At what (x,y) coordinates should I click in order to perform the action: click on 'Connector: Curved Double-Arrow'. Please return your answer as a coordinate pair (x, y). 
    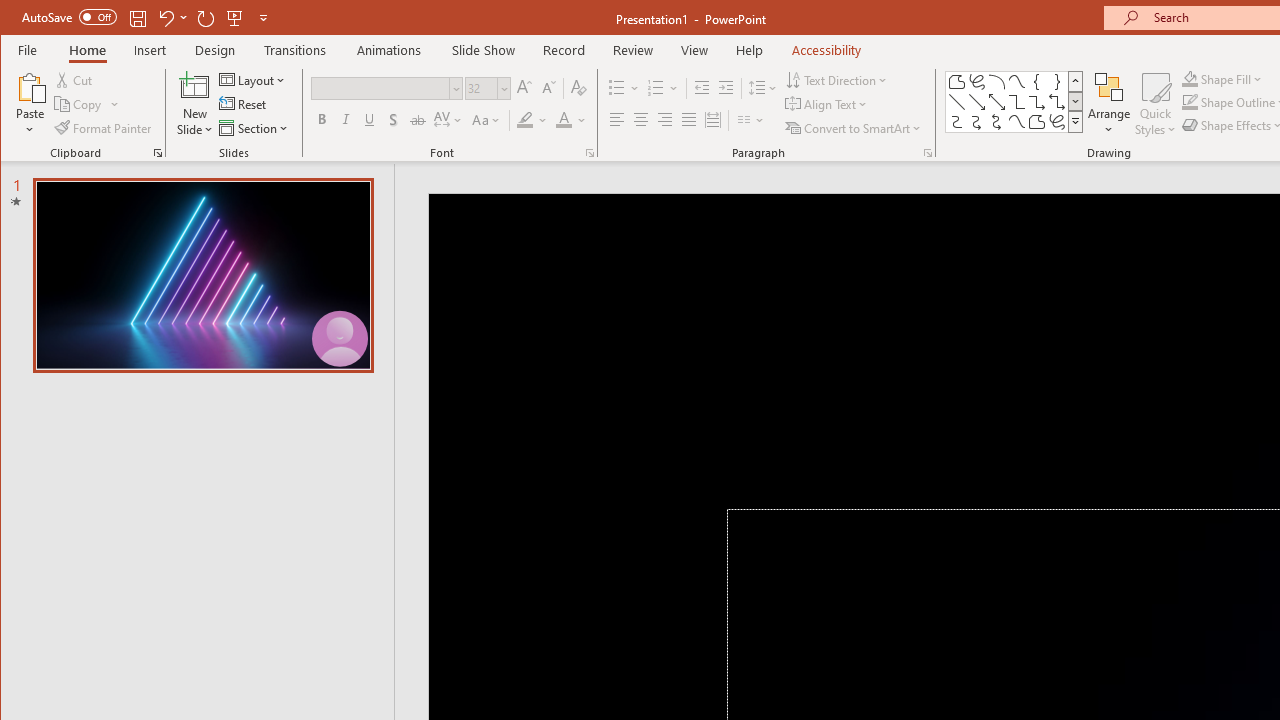
    Looking at the image, I should click on (997, 122).